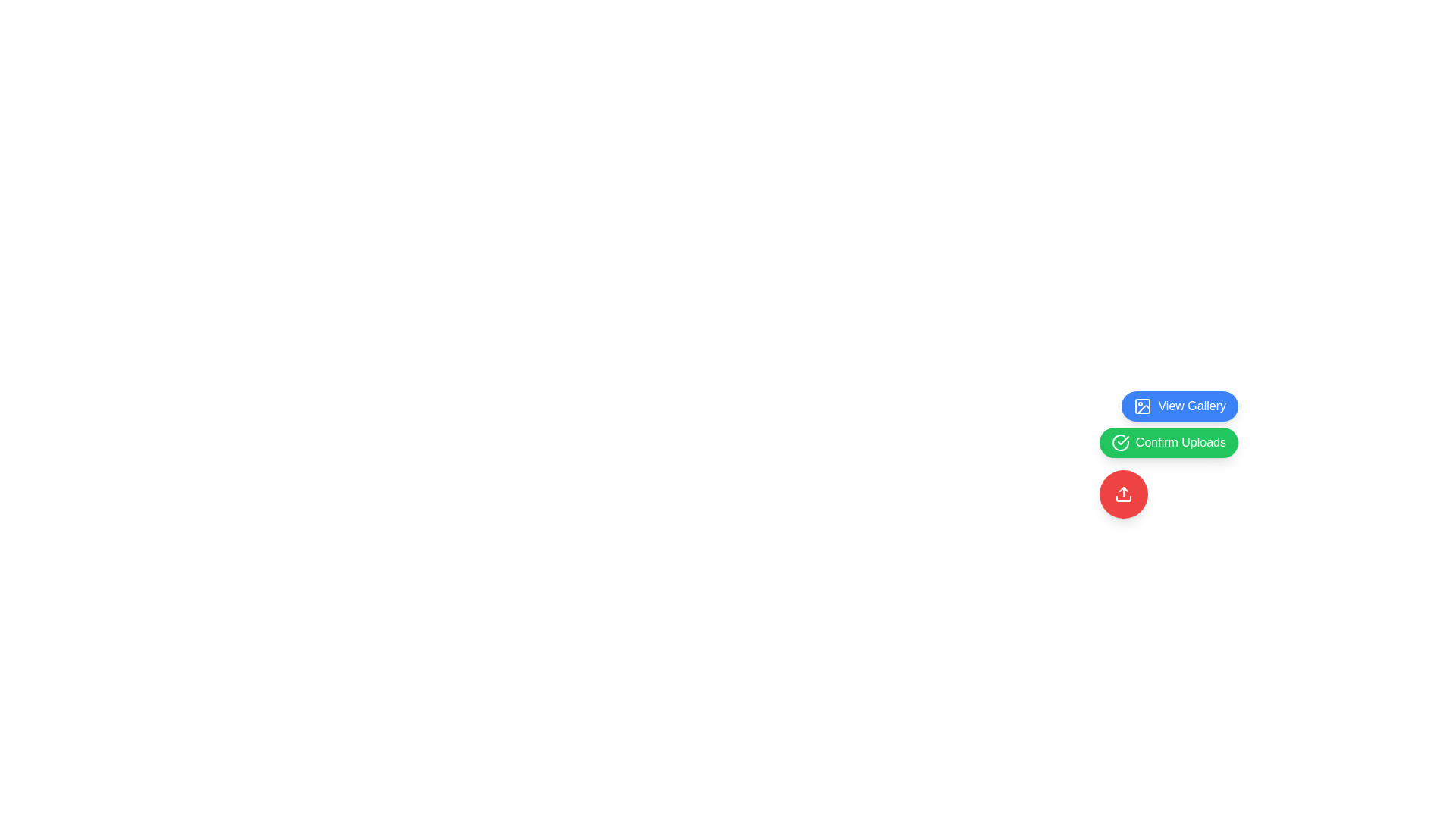  I want to click on the green 'Confirm Uploads' button located in the bottom-right corner of the interface, so click(1168, 454).